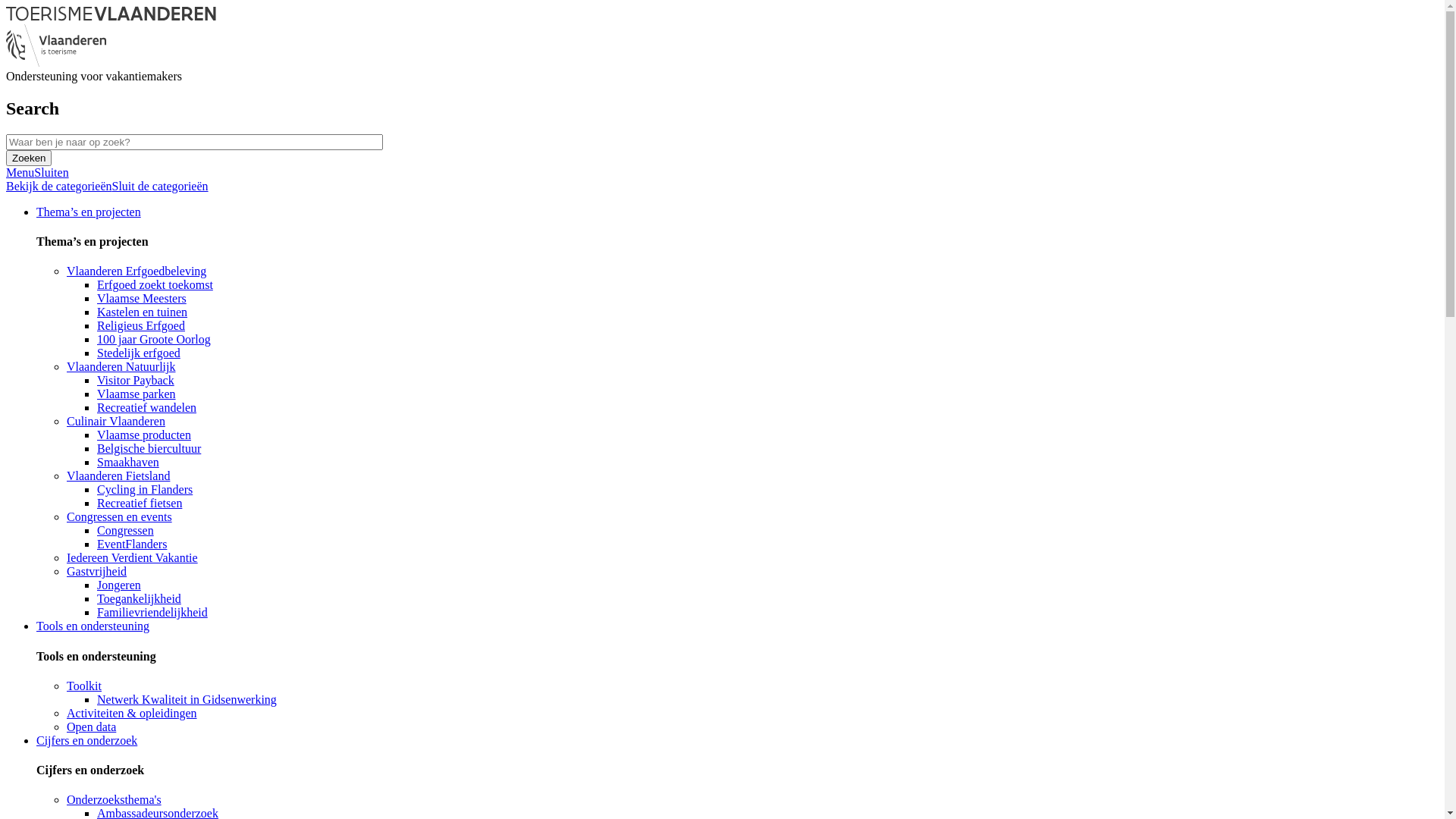 This screenshot has width=1456, height=819. I want to click on 'Vlaanderen Fietsland', so click(65, 475).